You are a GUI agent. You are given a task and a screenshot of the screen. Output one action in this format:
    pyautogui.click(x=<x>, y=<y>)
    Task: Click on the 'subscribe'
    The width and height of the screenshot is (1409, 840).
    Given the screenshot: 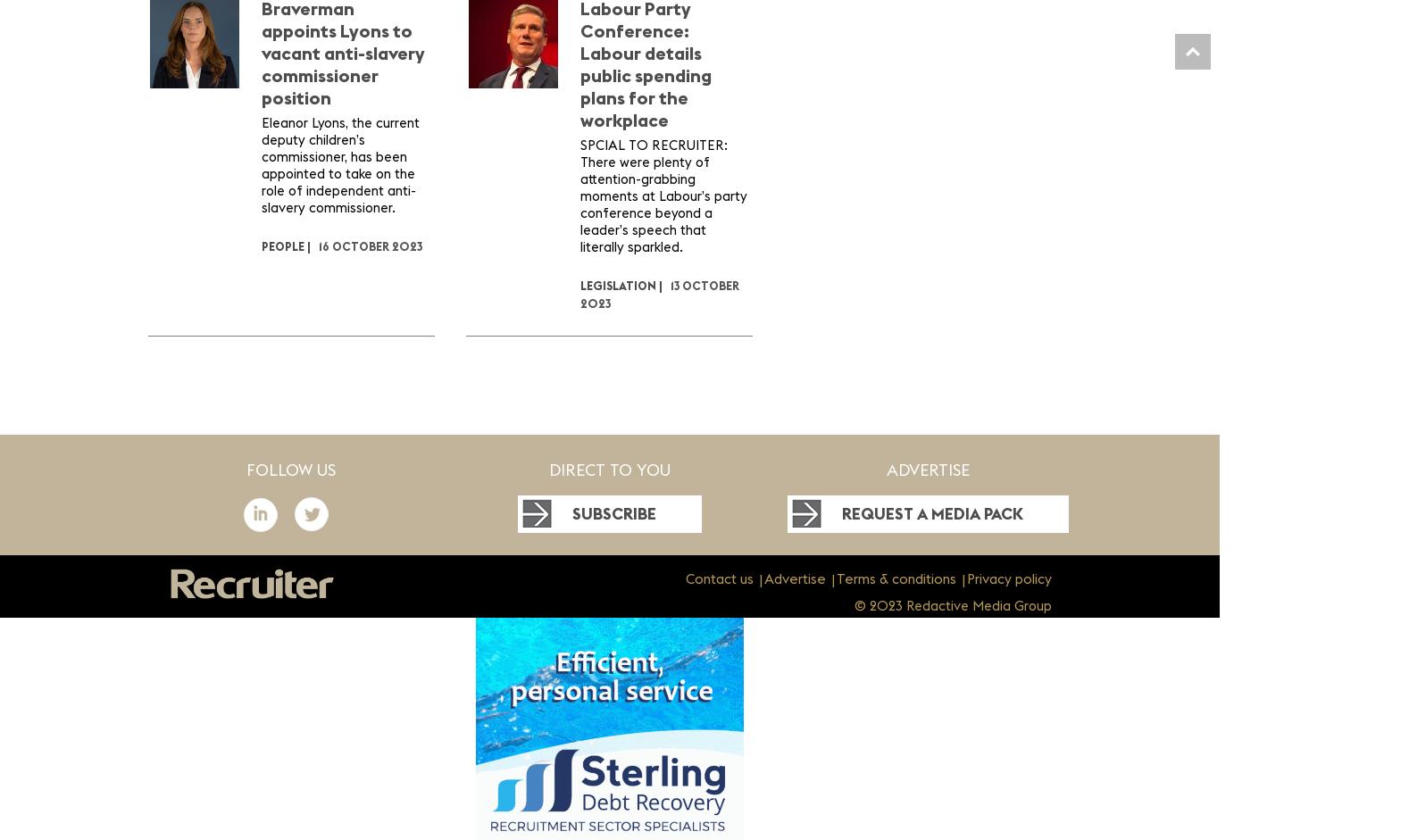 What is the action you would take?
    pyautogui.click(x=613, y=513)
    